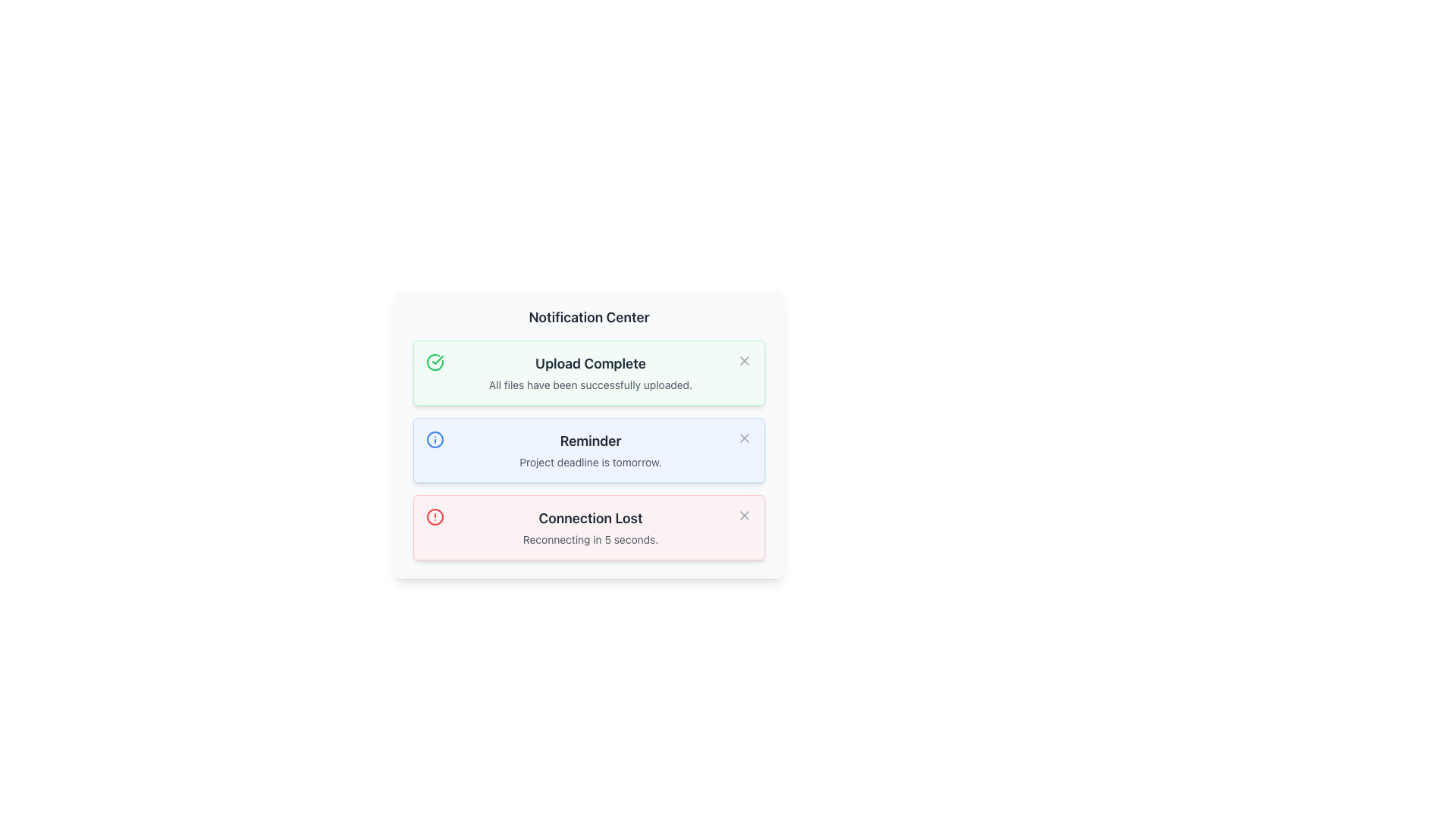 Image resolution: width=1456 pixels, height=819 pixels. Describe the element at coordinates (745, 514) in the screenshot. I see `the close button in the upper-right corner of the 'Connection Lost' notification` at that location.